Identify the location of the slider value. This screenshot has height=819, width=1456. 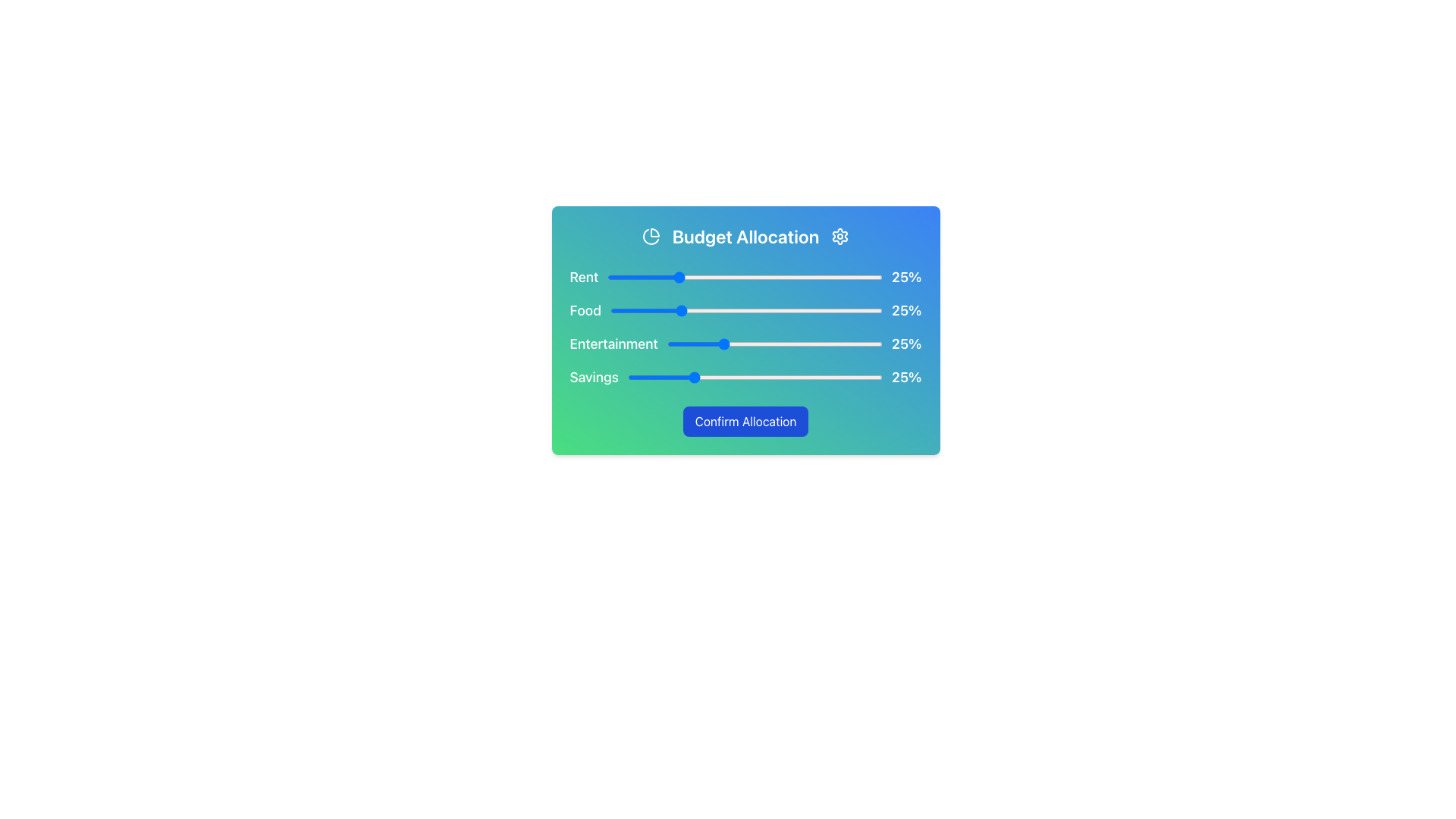
(748, 278).